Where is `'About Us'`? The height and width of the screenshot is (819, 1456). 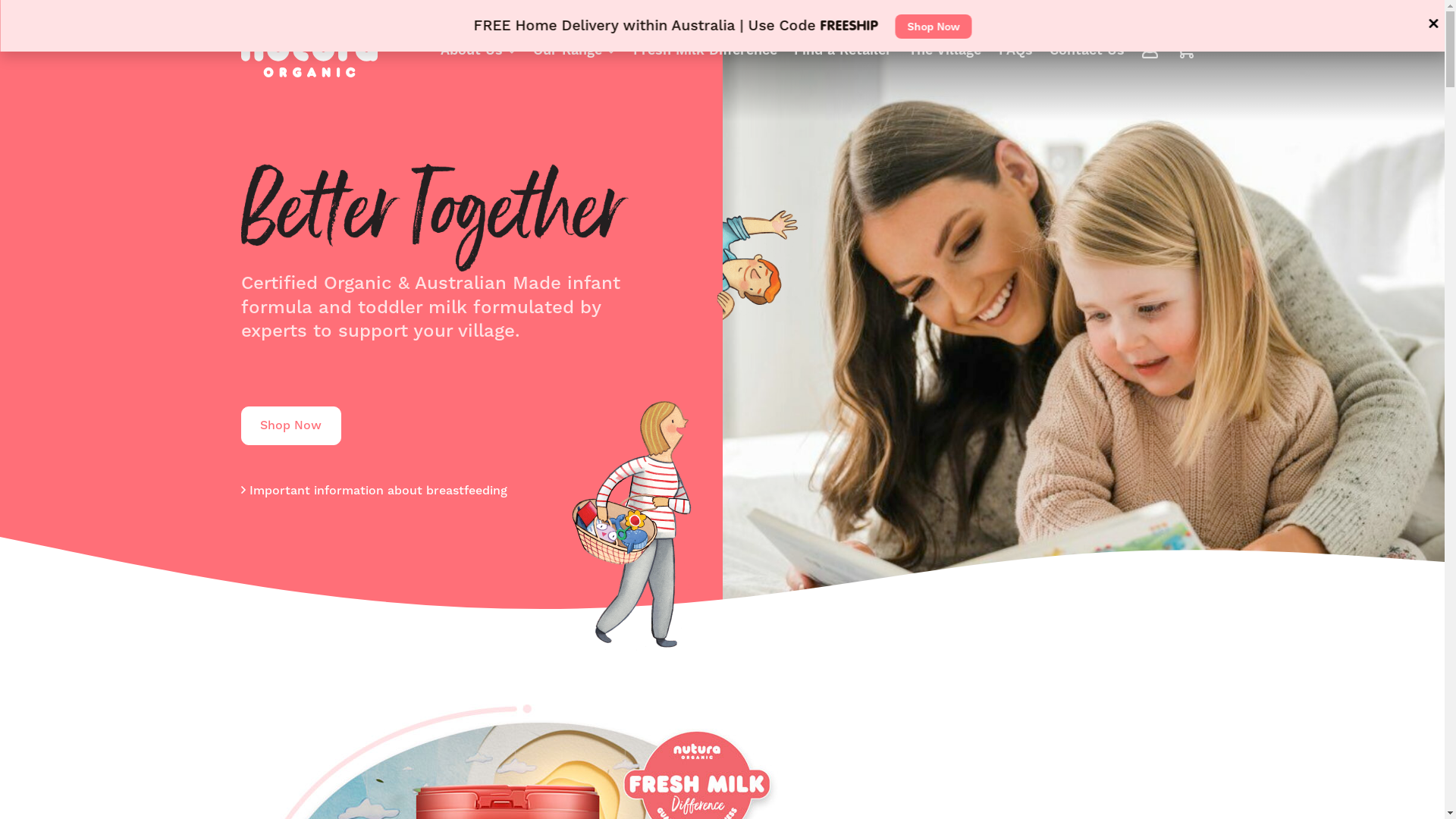
'About Us' is located at coordinates (477, 49).